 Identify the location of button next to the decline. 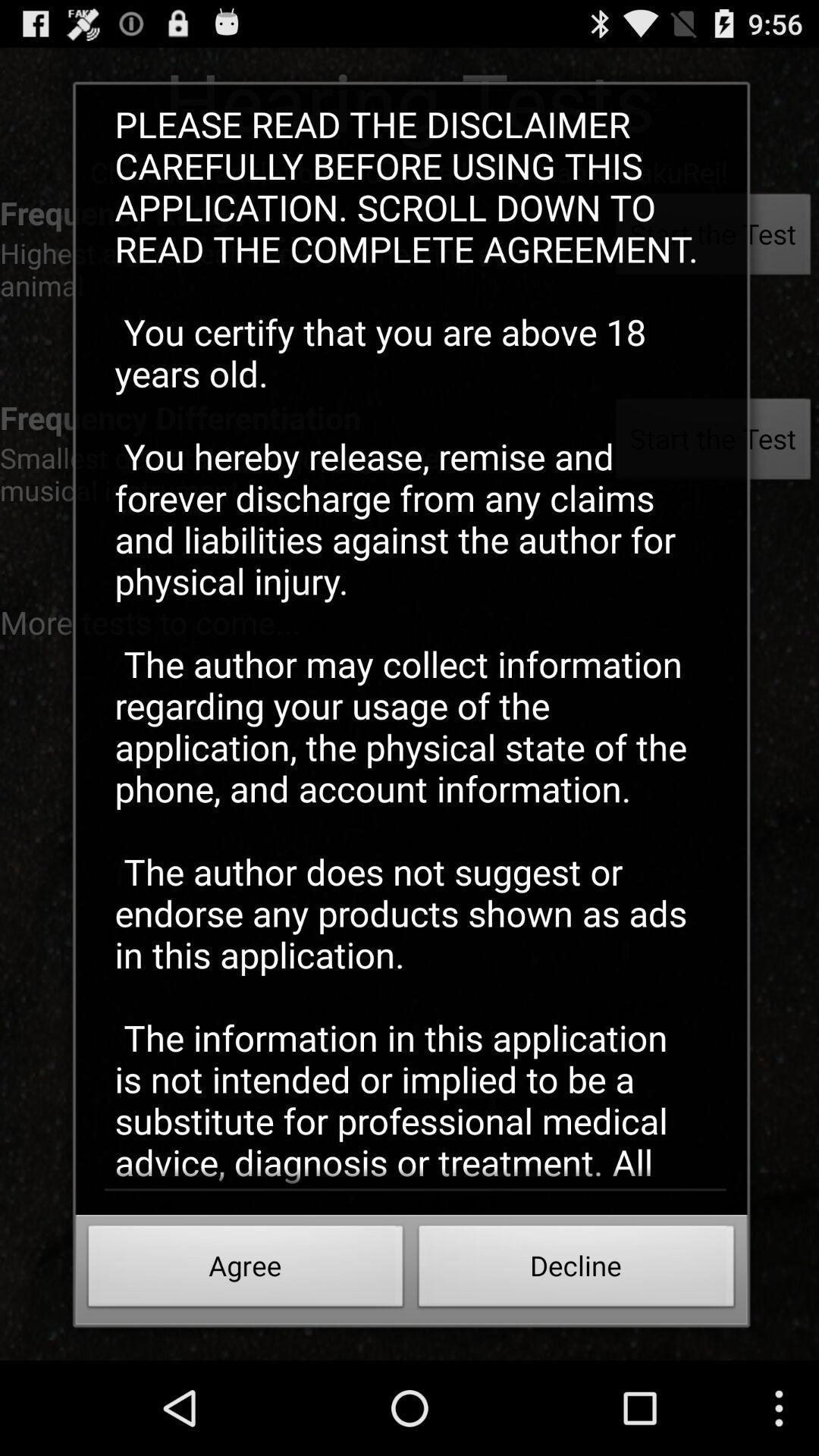
(245, 1270).